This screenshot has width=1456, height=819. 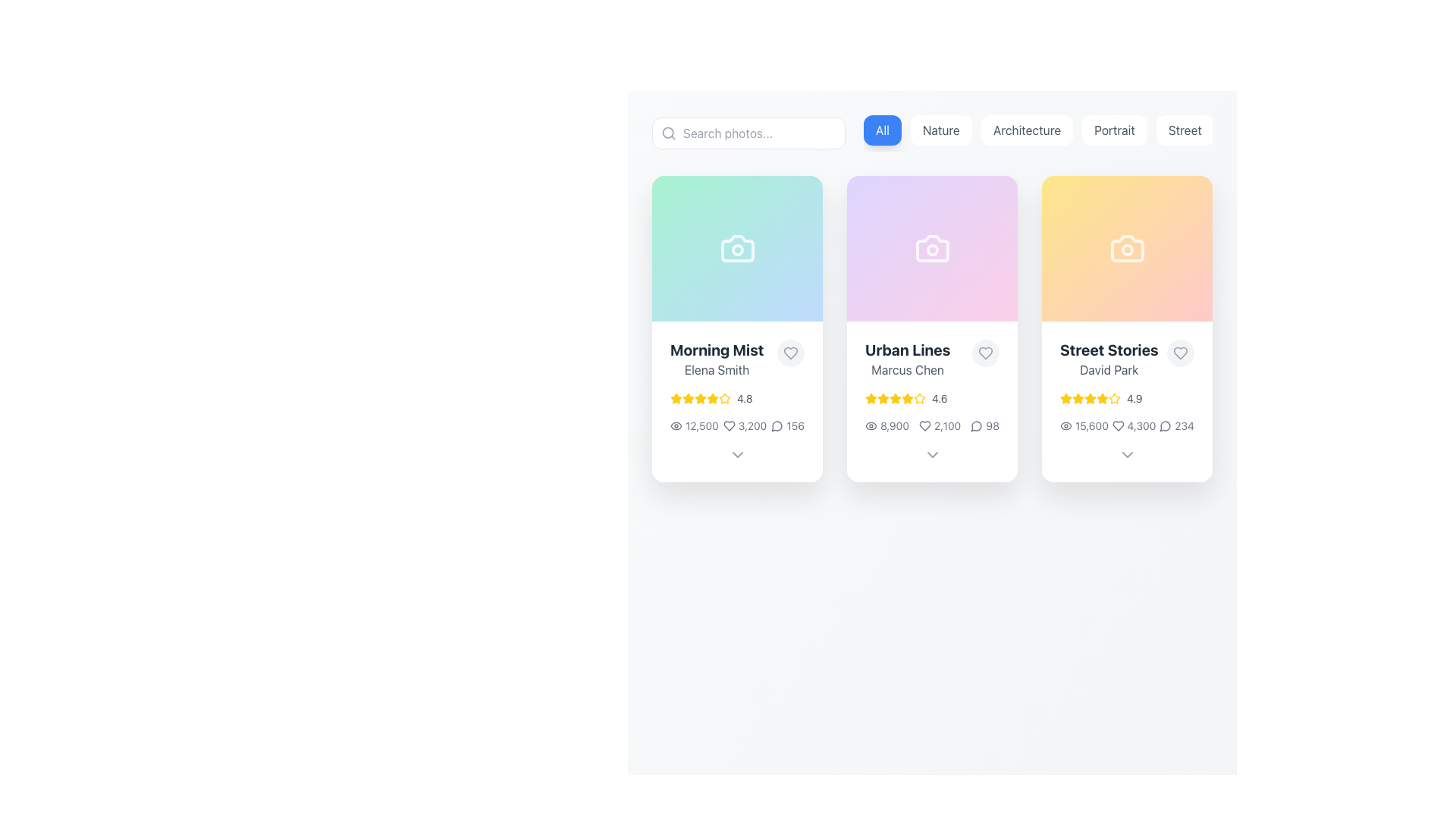 I want to click on first star icon in the 5-star rating system for the 'Street Stories' element, located under the title and above the 4.9 rating, so click(x=1065, y=397).